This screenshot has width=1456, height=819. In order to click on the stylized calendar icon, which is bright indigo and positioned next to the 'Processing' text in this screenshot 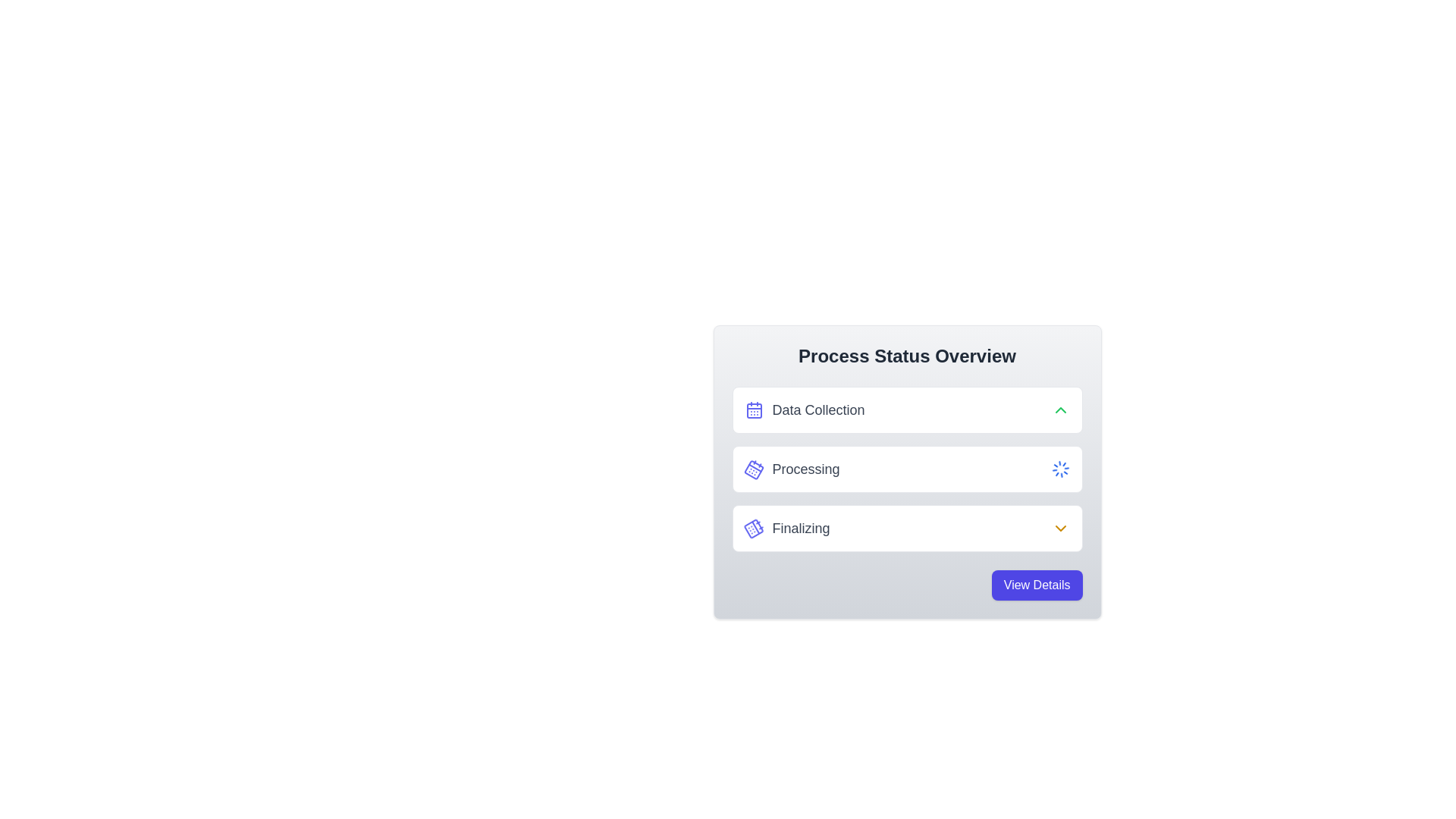, I will do `click(754, 468)`.